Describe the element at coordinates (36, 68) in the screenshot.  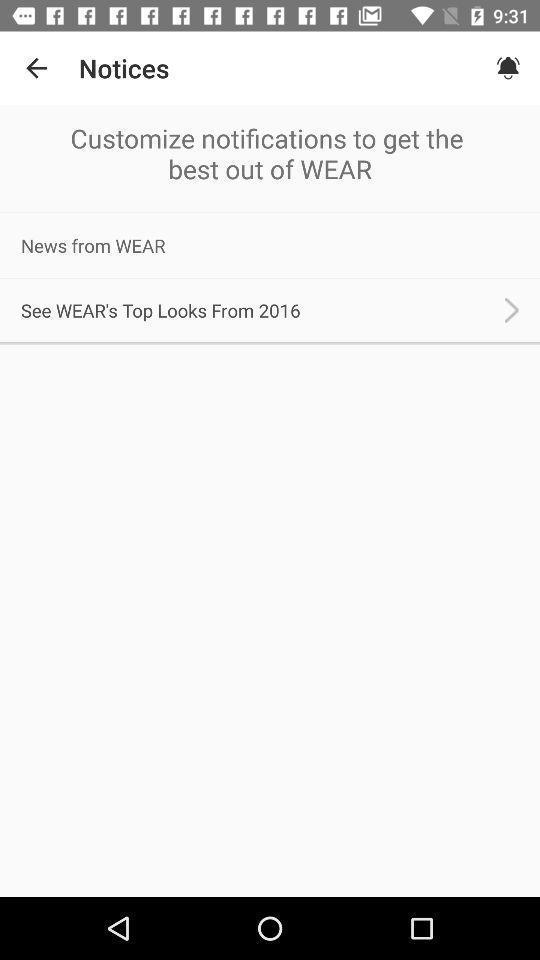
I see `icon above customize notifications to icon` at that location.